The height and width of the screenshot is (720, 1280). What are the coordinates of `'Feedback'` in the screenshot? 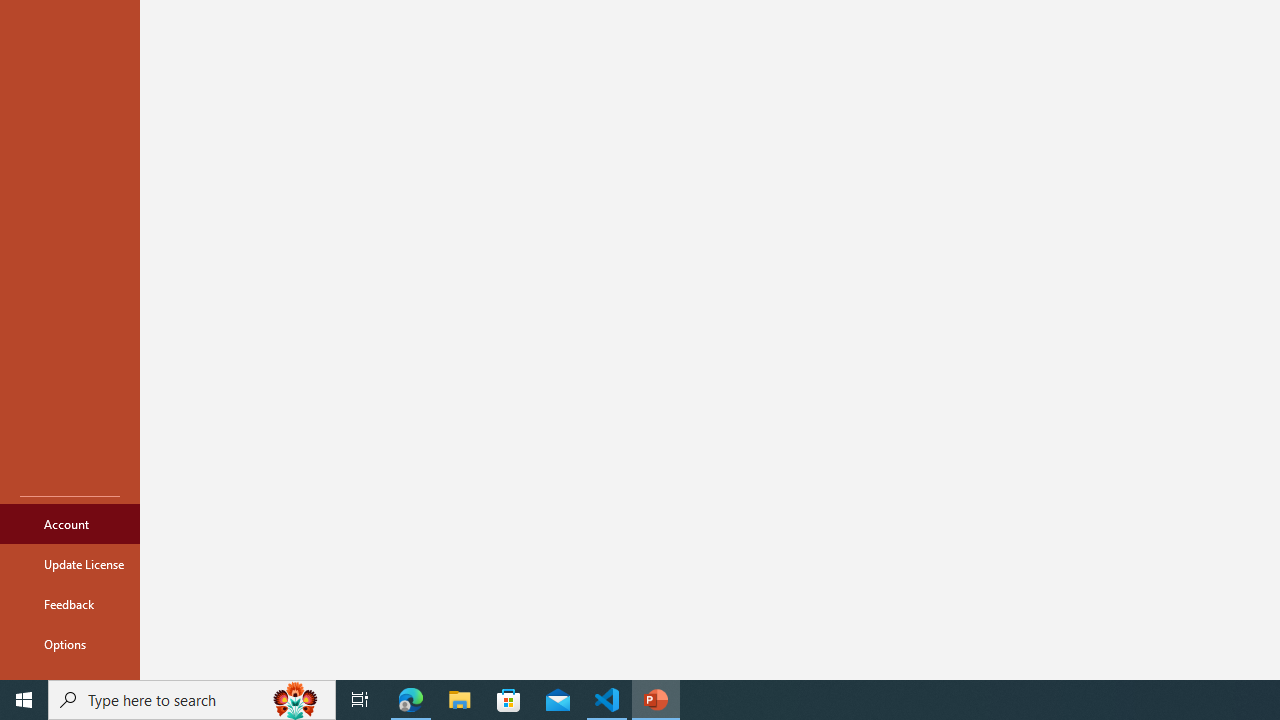 It's located at (69, 603).